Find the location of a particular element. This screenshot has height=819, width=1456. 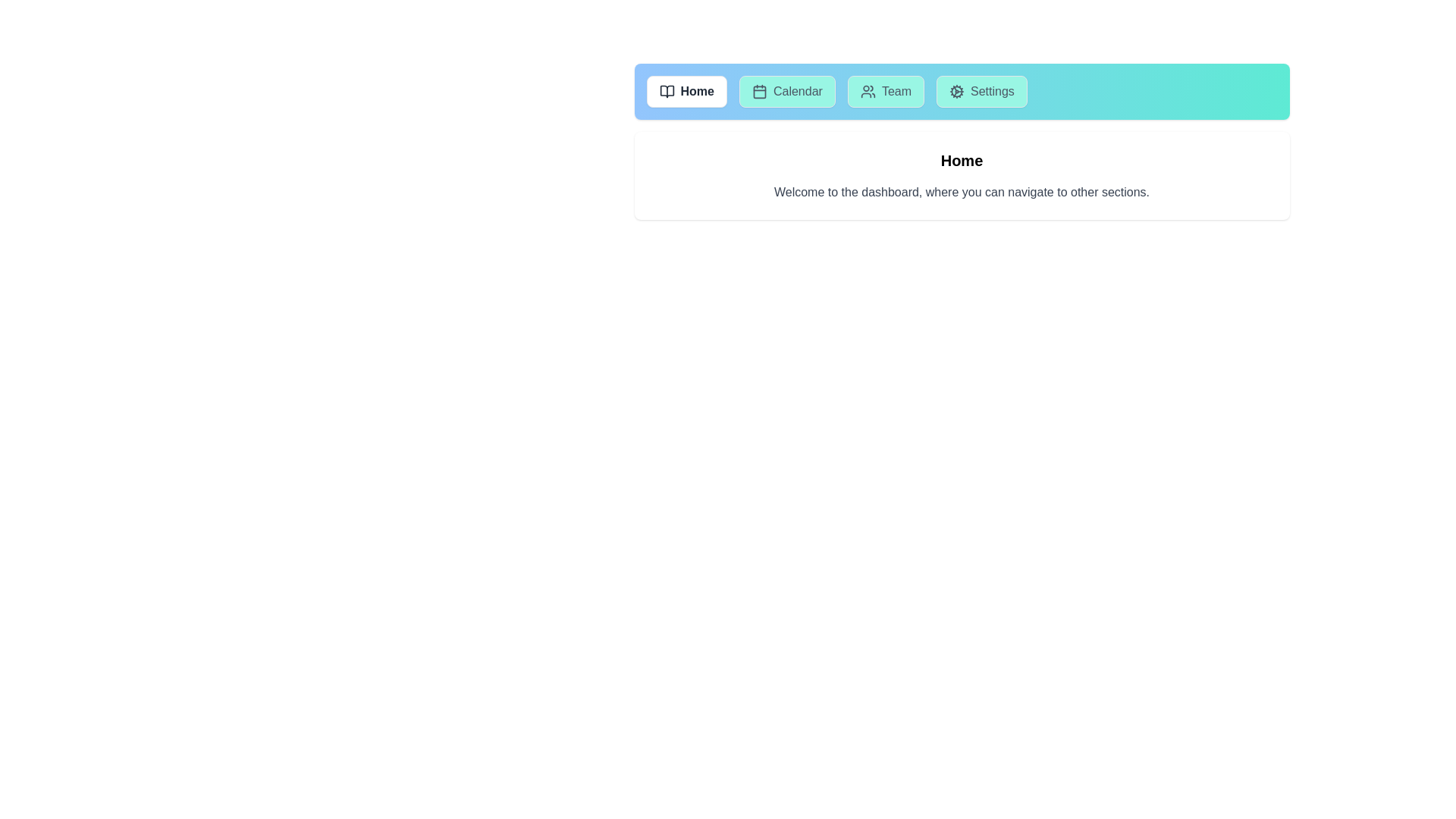

the tab labeled Settings is located at coordinates (981, 91).